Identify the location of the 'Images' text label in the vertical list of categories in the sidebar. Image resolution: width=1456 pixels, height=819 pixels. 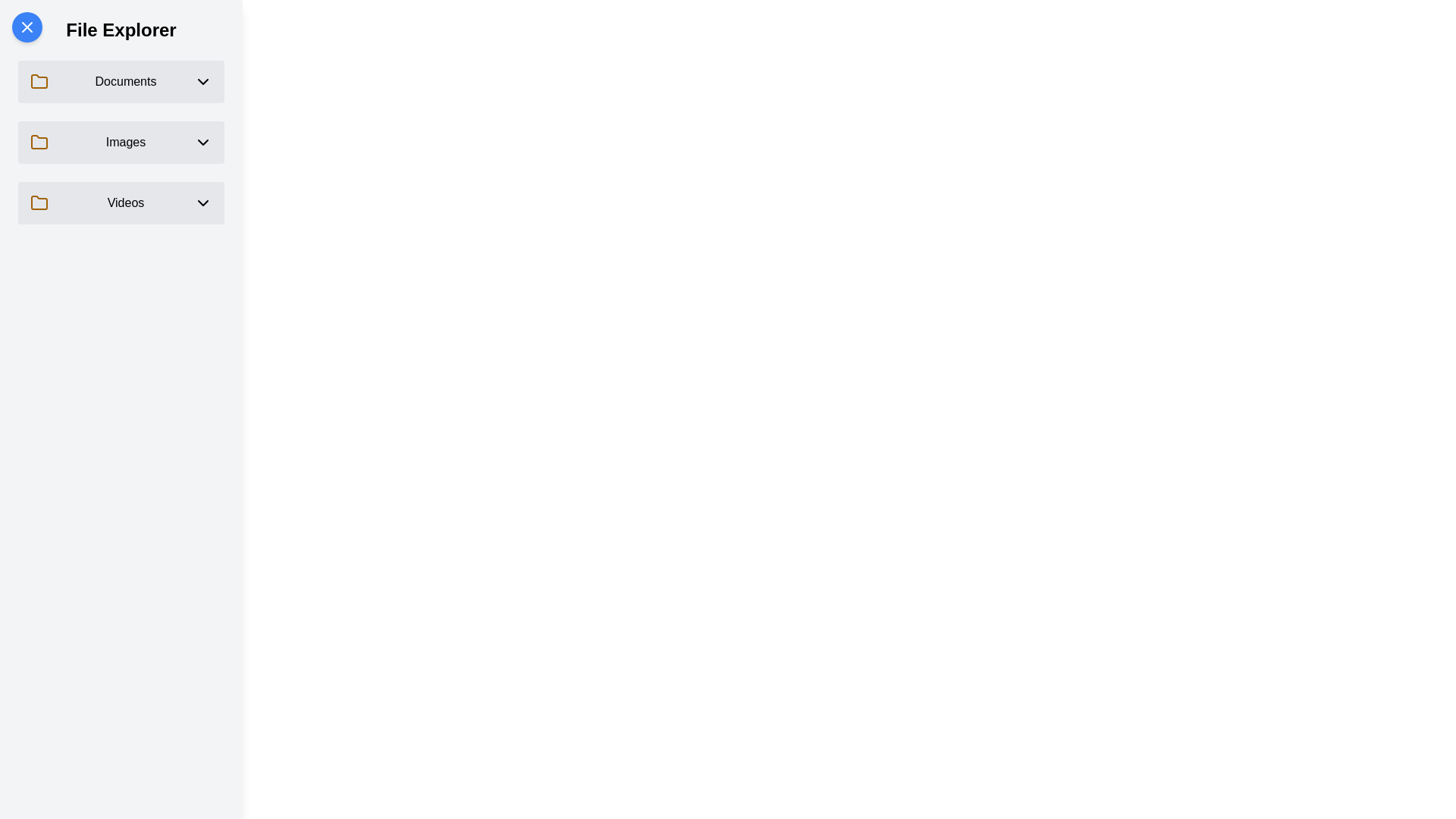
(120, 143).